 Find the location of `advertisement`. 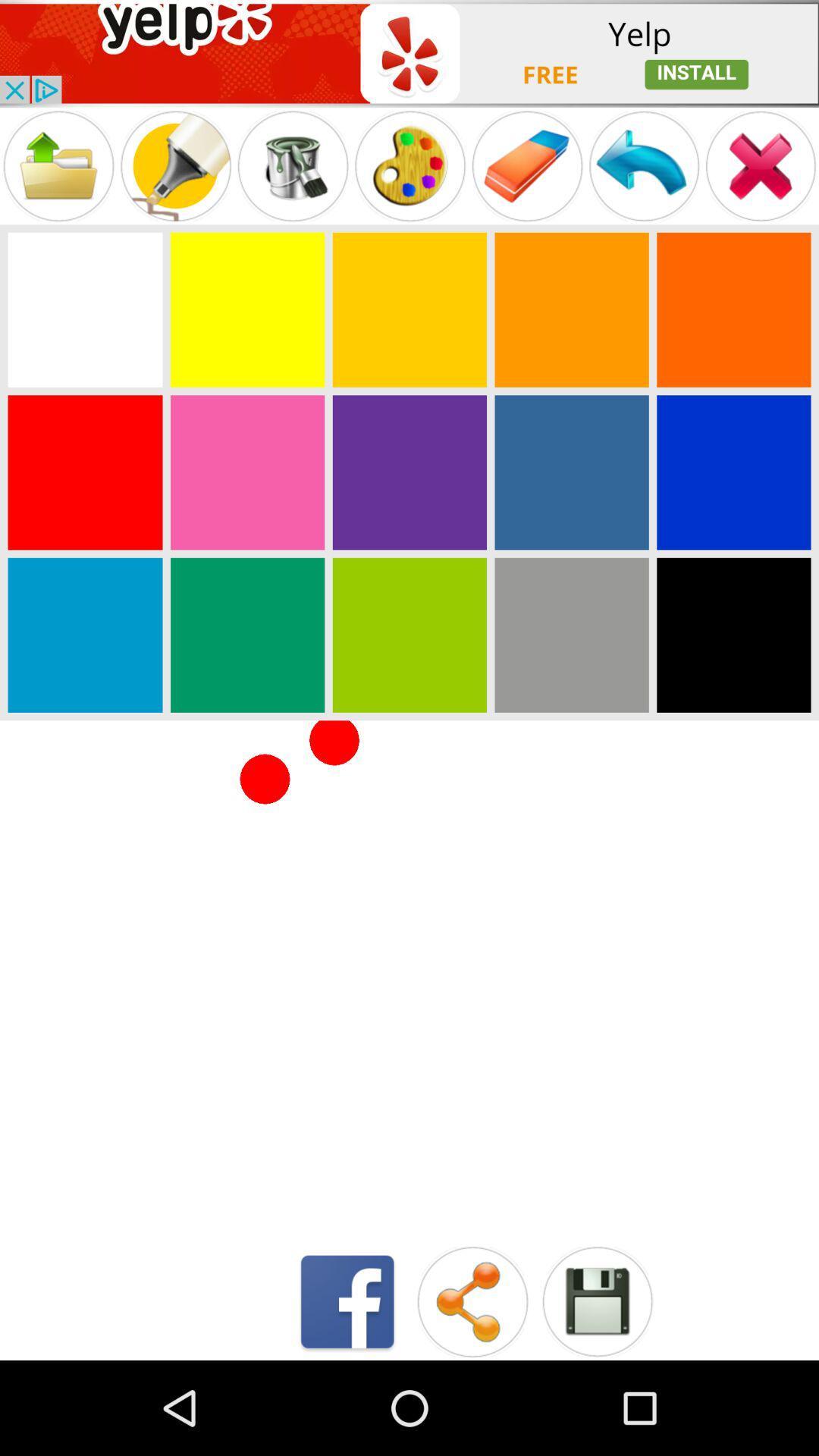

advertisement is located at coordinates (409, 53).